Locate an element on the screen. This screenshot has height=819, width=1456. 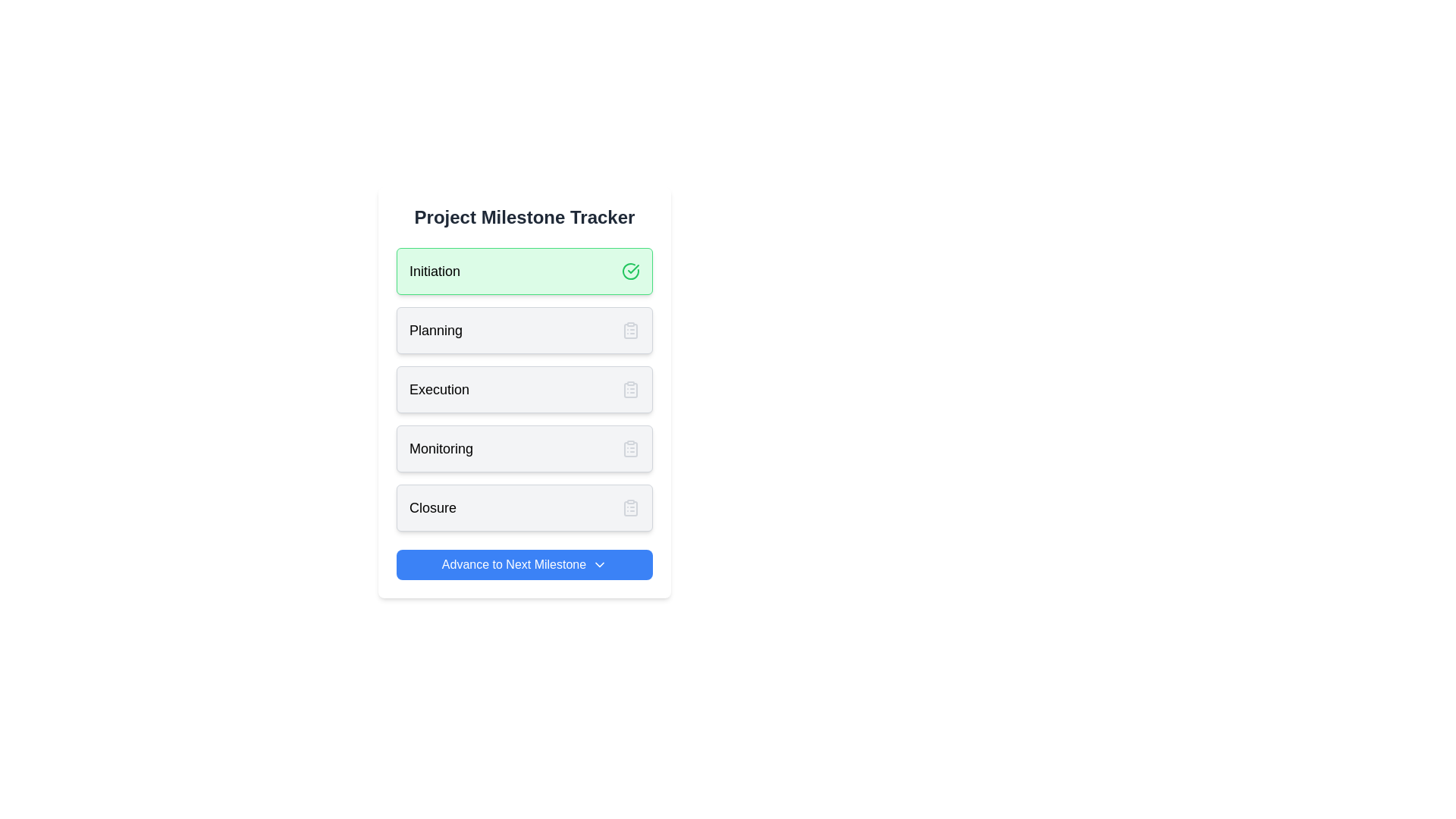
the 'Initiation' milestone label, which is part of the first green rounded rectangle is located at coordinates (434, 271).